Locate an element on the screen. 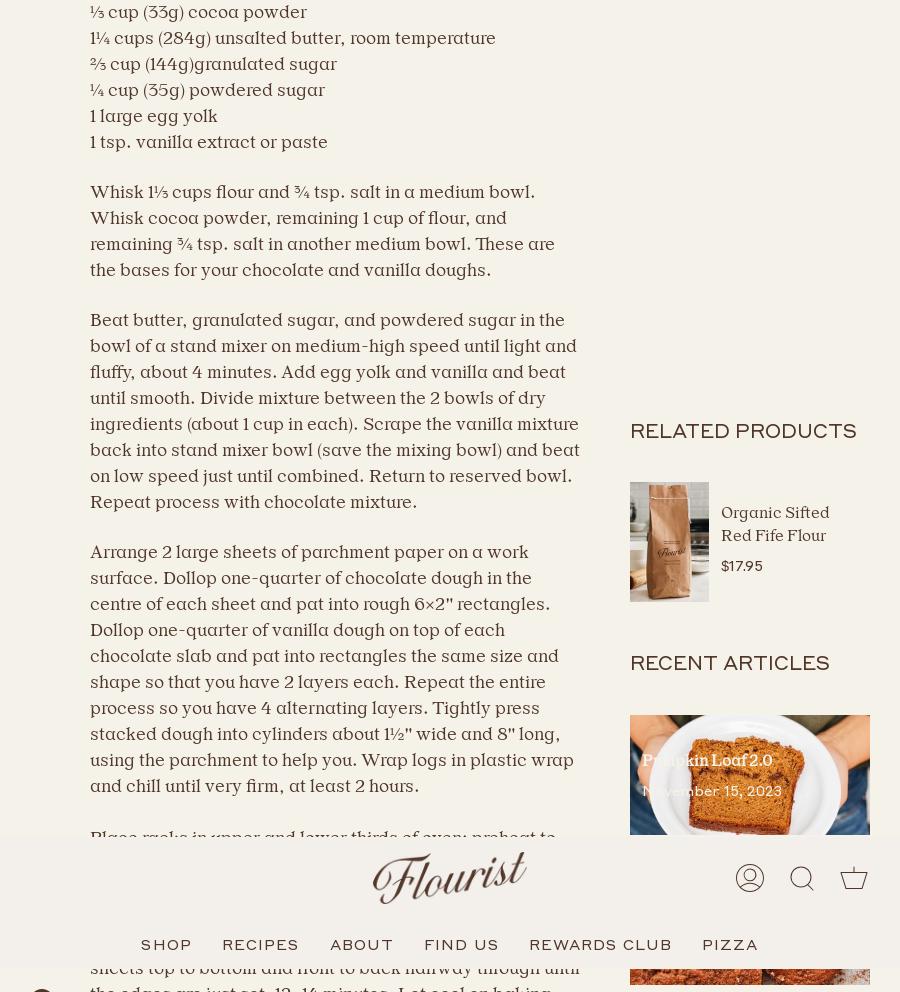  'USD $' is located at coordinates (60, 949).